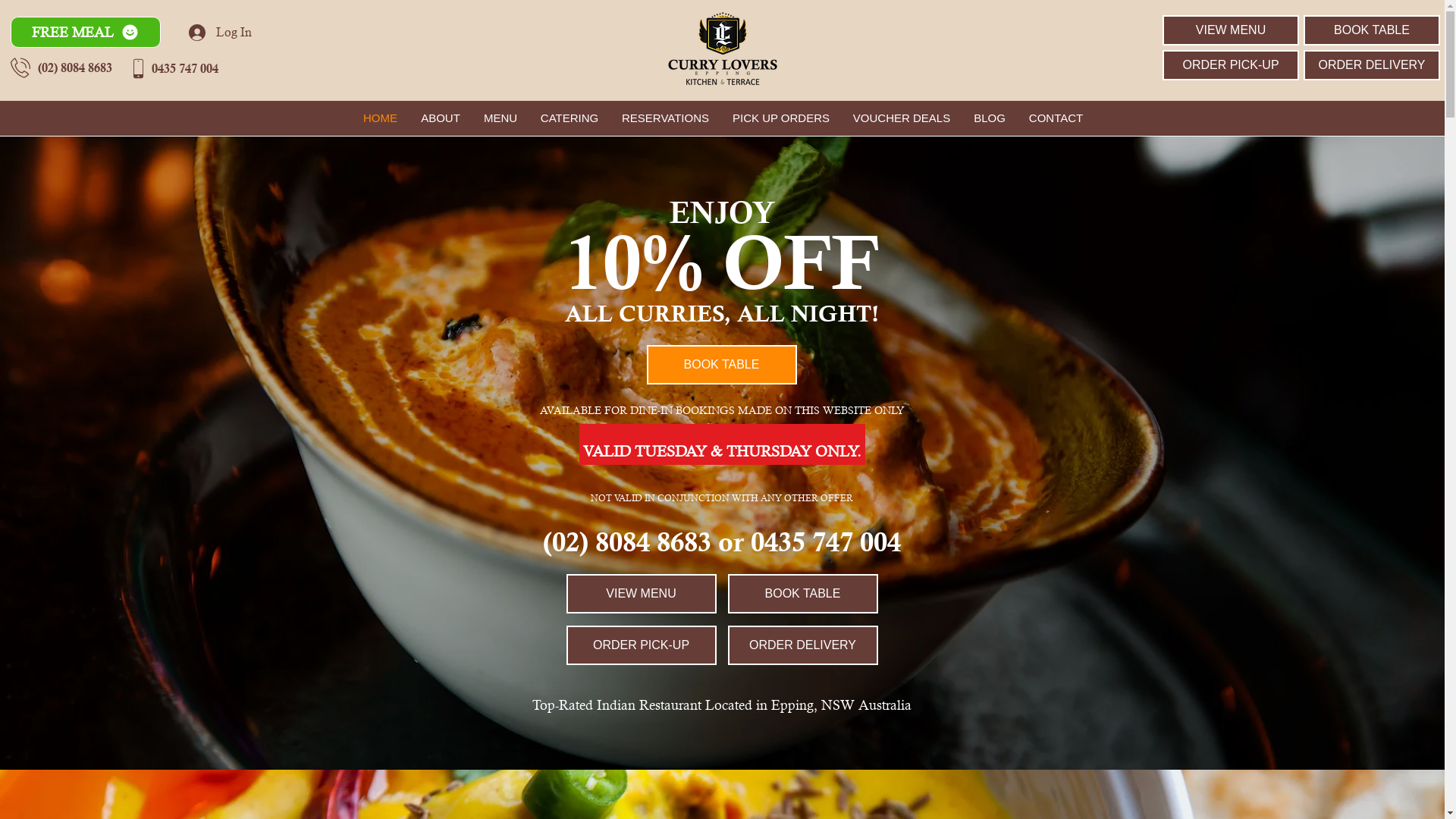  I want to click on 'BLOG', so click(989, 117).